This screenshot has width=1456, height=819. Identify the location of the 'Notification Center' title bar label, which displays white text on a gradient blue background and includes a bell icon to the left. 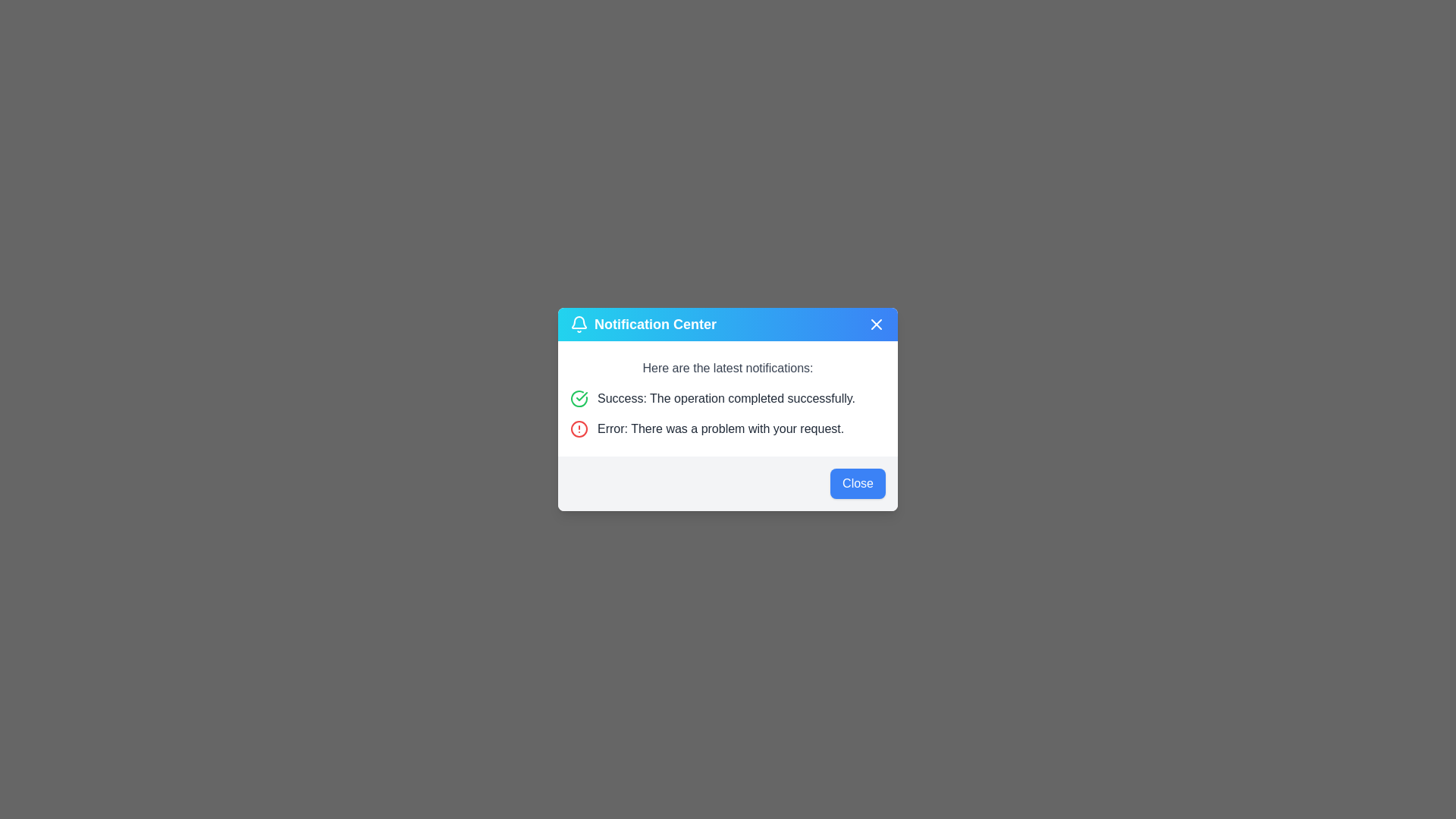
(643, 324).